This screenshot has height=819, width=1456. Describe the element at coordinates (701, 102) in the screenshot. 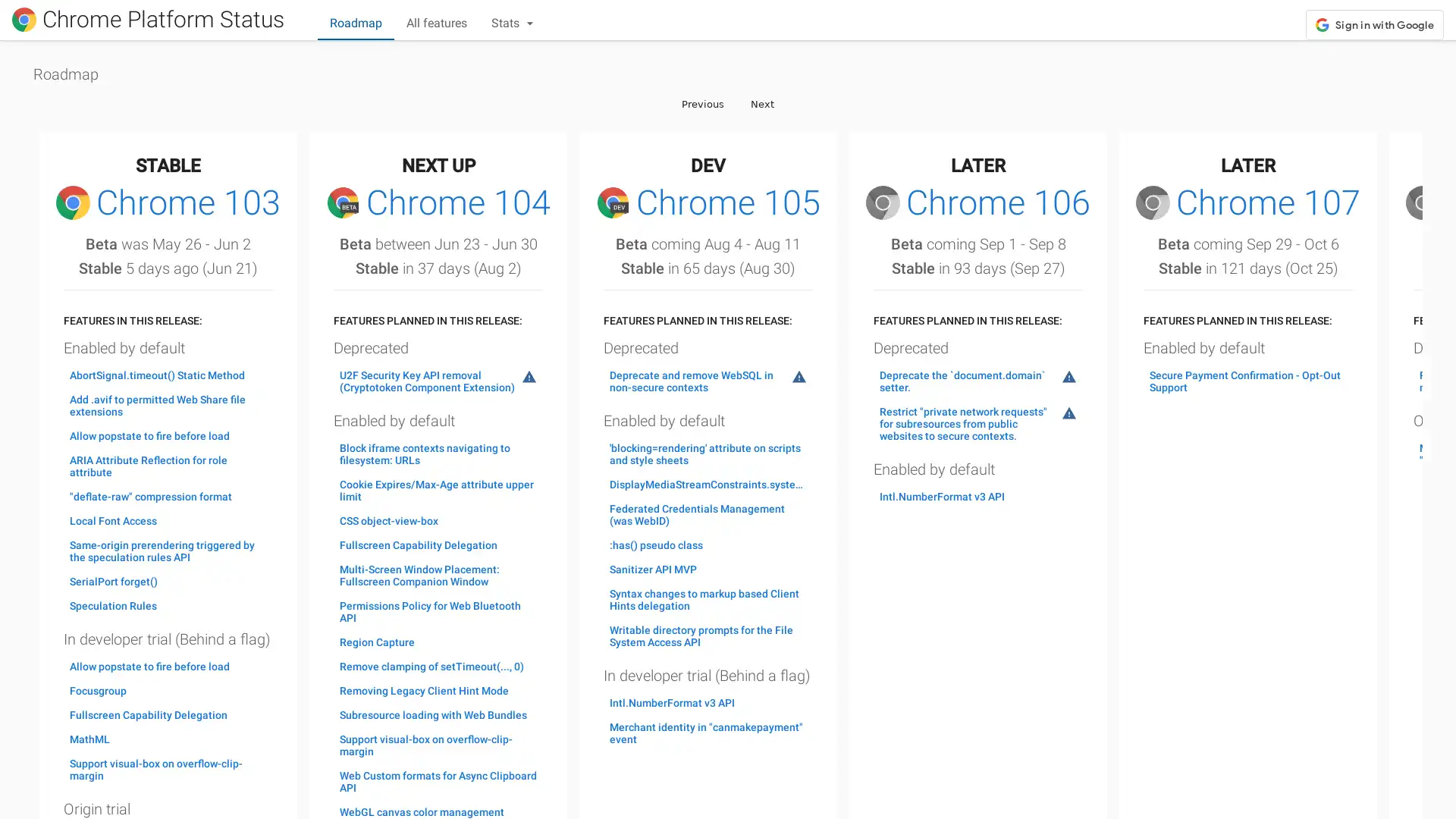

I see `Button to move to previous release` at that location.